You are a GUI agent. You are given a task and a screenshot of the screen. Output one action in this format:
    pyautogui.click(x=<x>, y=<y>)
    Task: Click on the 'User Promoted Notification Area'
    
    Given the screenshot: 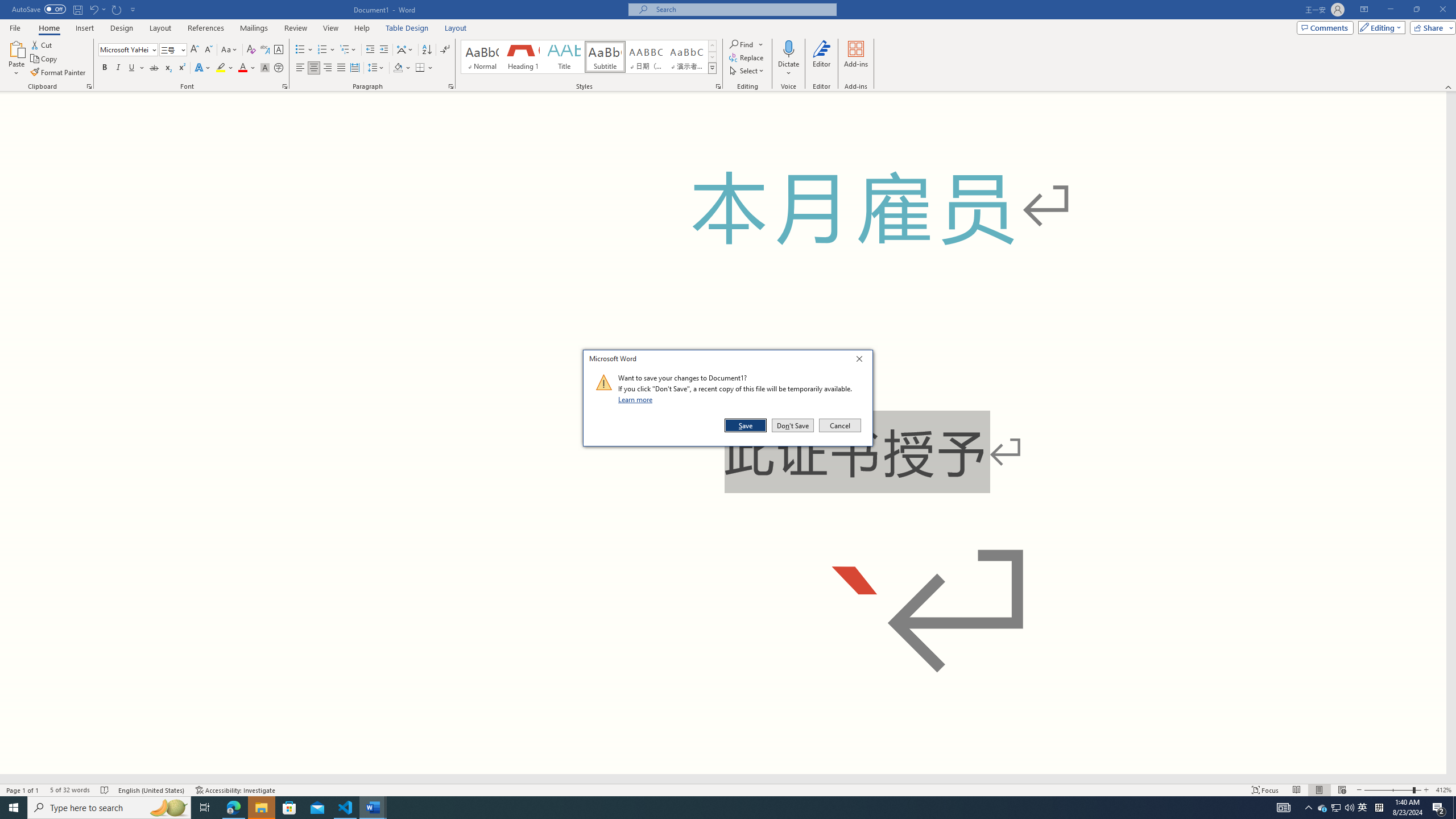 What is the action you would take?
    pyautogui.click(x=1336, y=806)
    